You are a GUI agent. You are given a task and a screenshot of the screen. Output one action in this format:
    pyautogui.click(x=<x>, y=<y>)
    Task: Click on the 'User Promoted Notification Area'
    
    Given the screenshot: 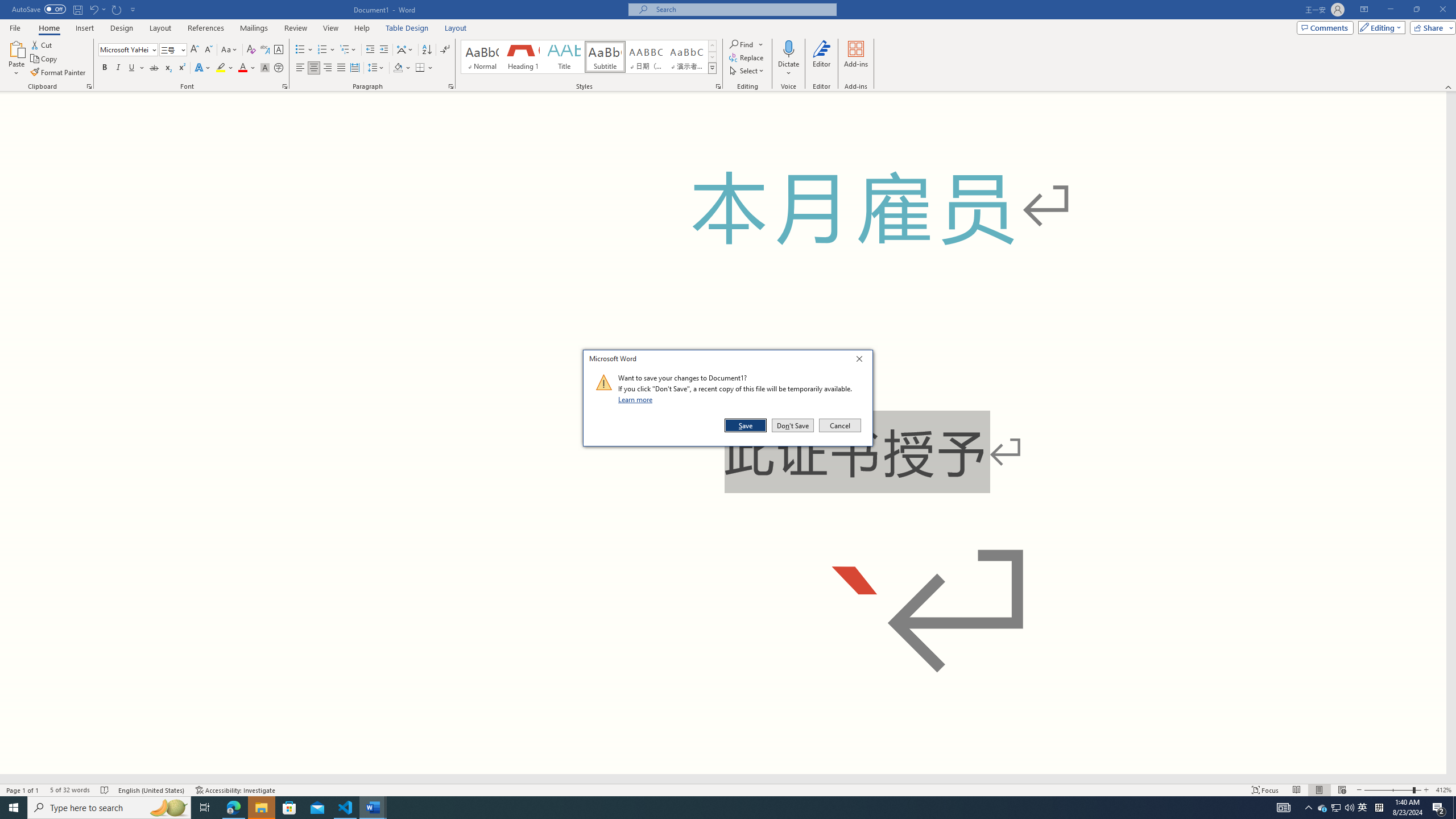 What is the action you would take?
    pyautogui.click(x=1336, y=806)
    